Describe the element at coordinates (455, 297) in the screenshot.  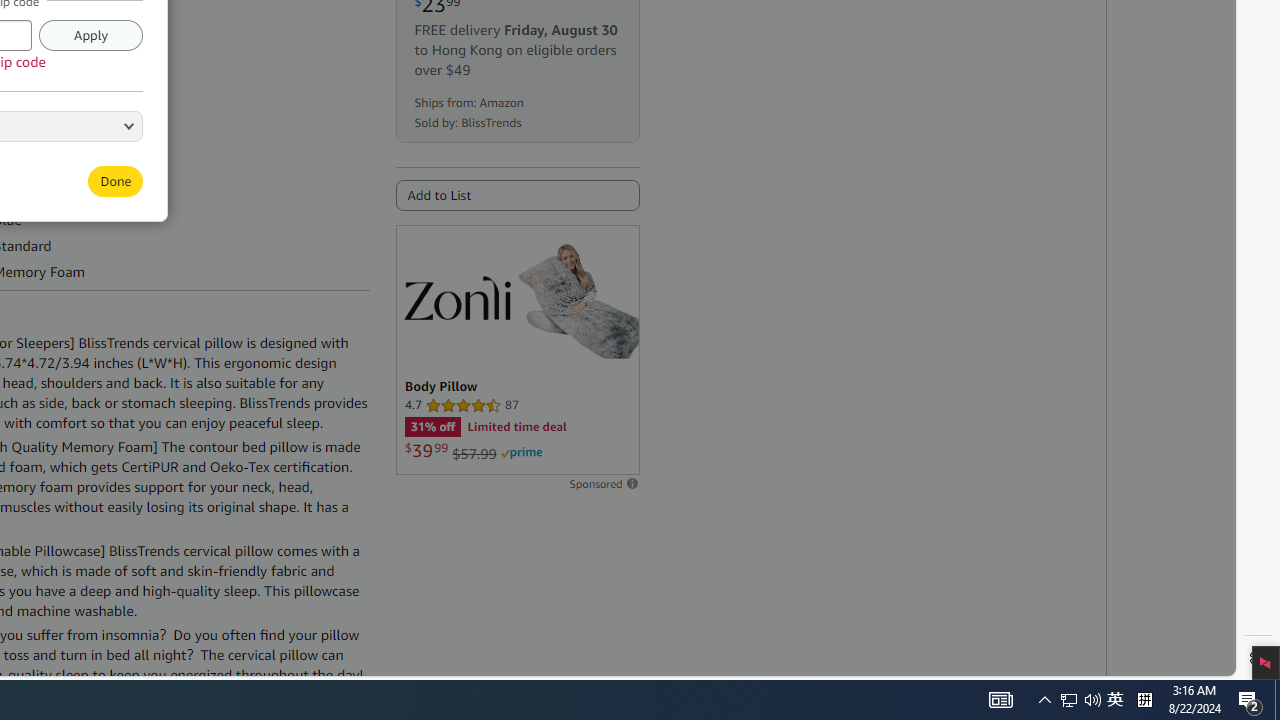
I see `'Logo'` at that location.